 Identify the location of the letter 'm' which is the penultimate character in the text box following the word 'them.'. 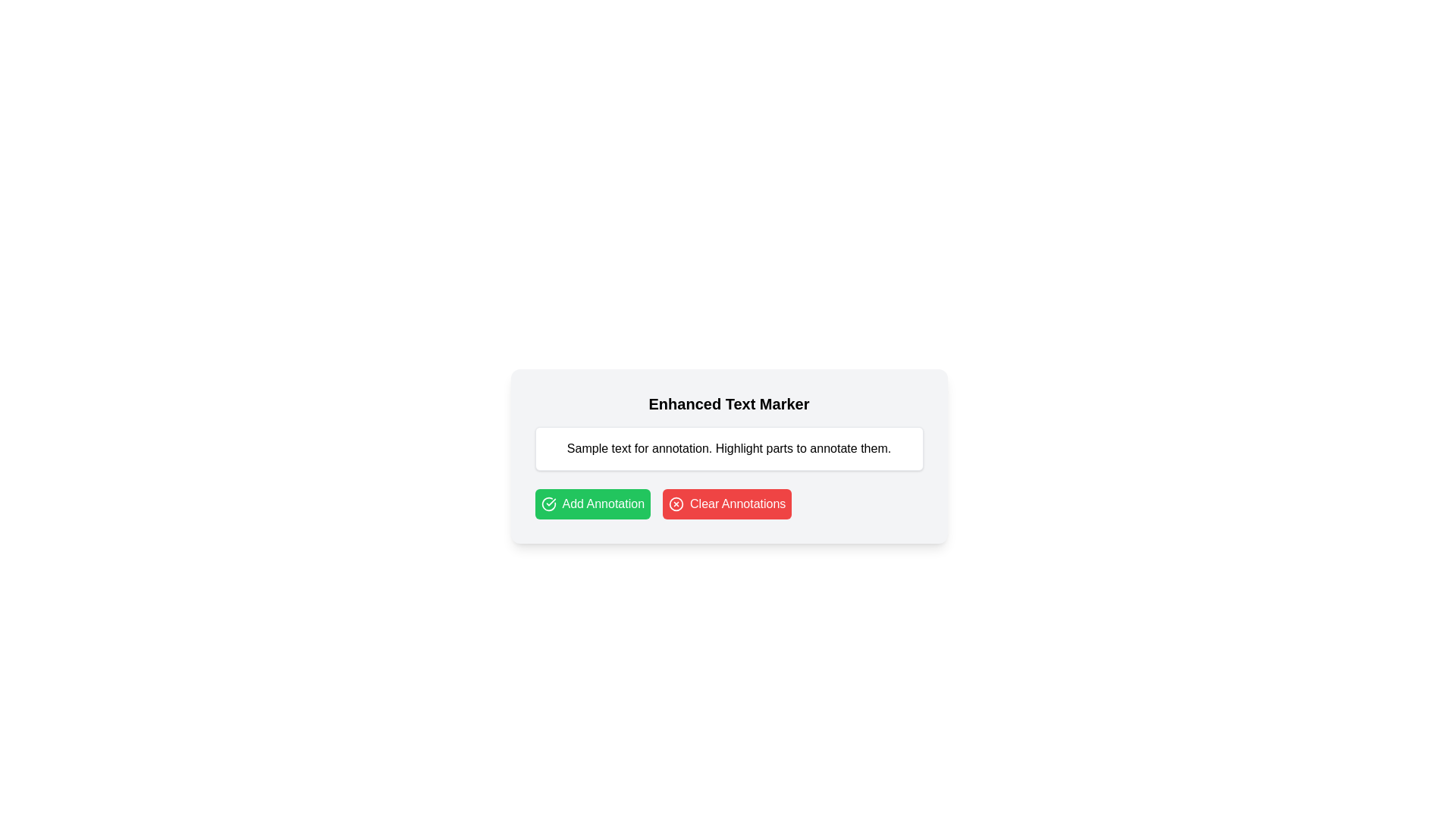
(883, 447).